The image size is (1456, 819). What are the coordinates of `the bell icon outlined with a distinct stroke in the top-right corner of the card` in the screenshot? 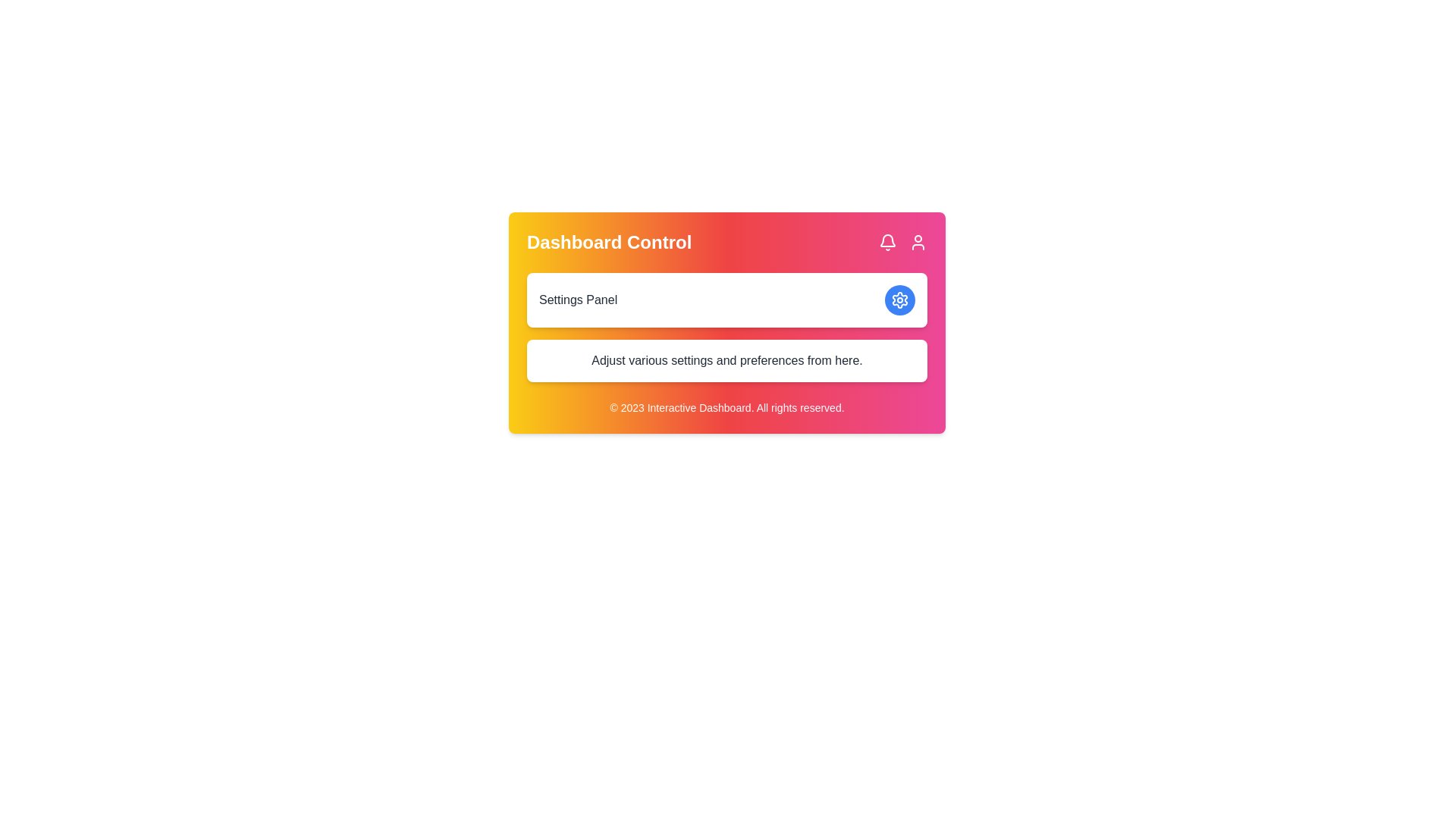 It's located at (888, 242).